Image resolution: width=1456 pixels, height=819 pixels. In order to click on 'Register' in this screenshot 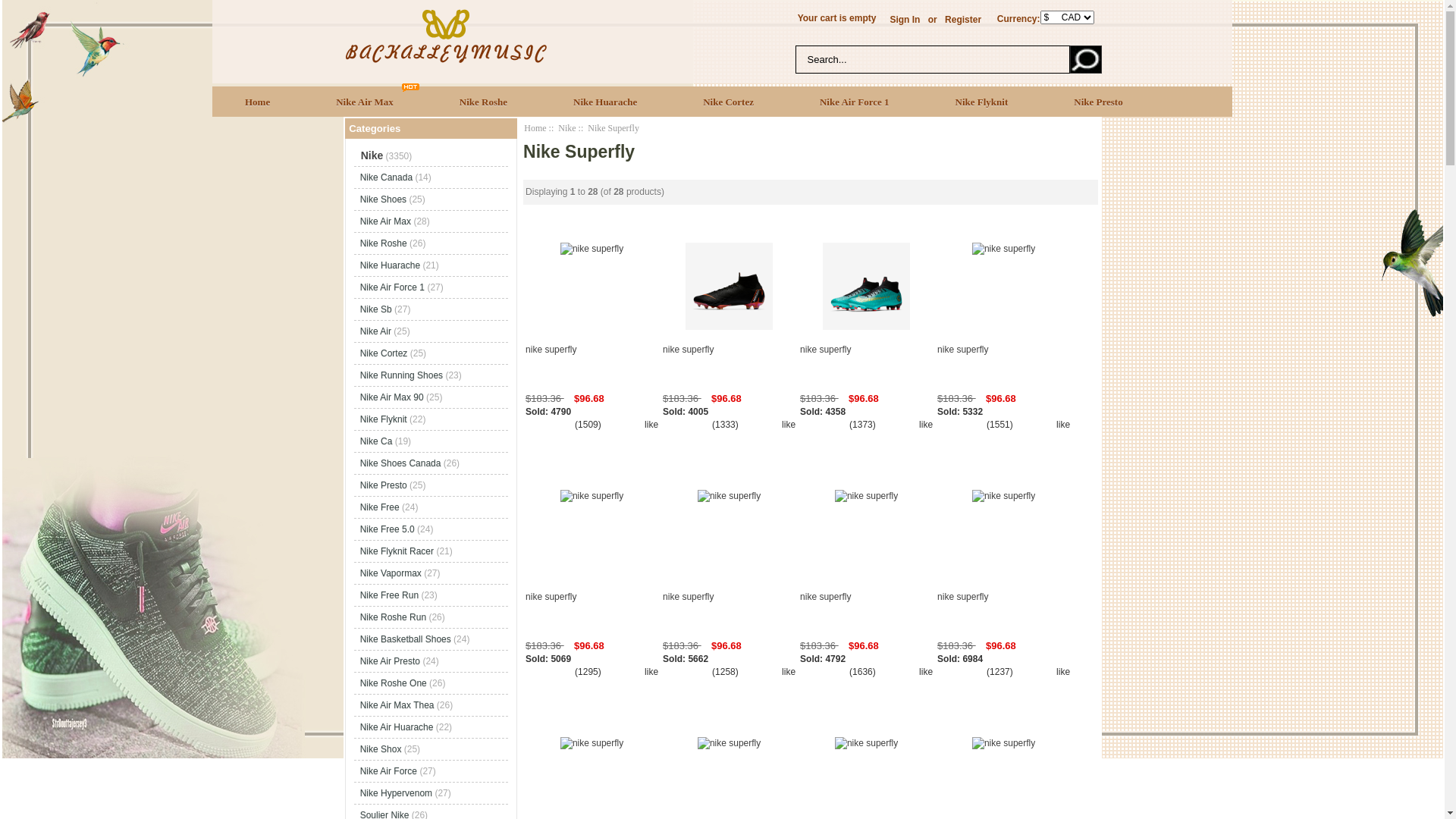, I will do `click(962, 20)`.